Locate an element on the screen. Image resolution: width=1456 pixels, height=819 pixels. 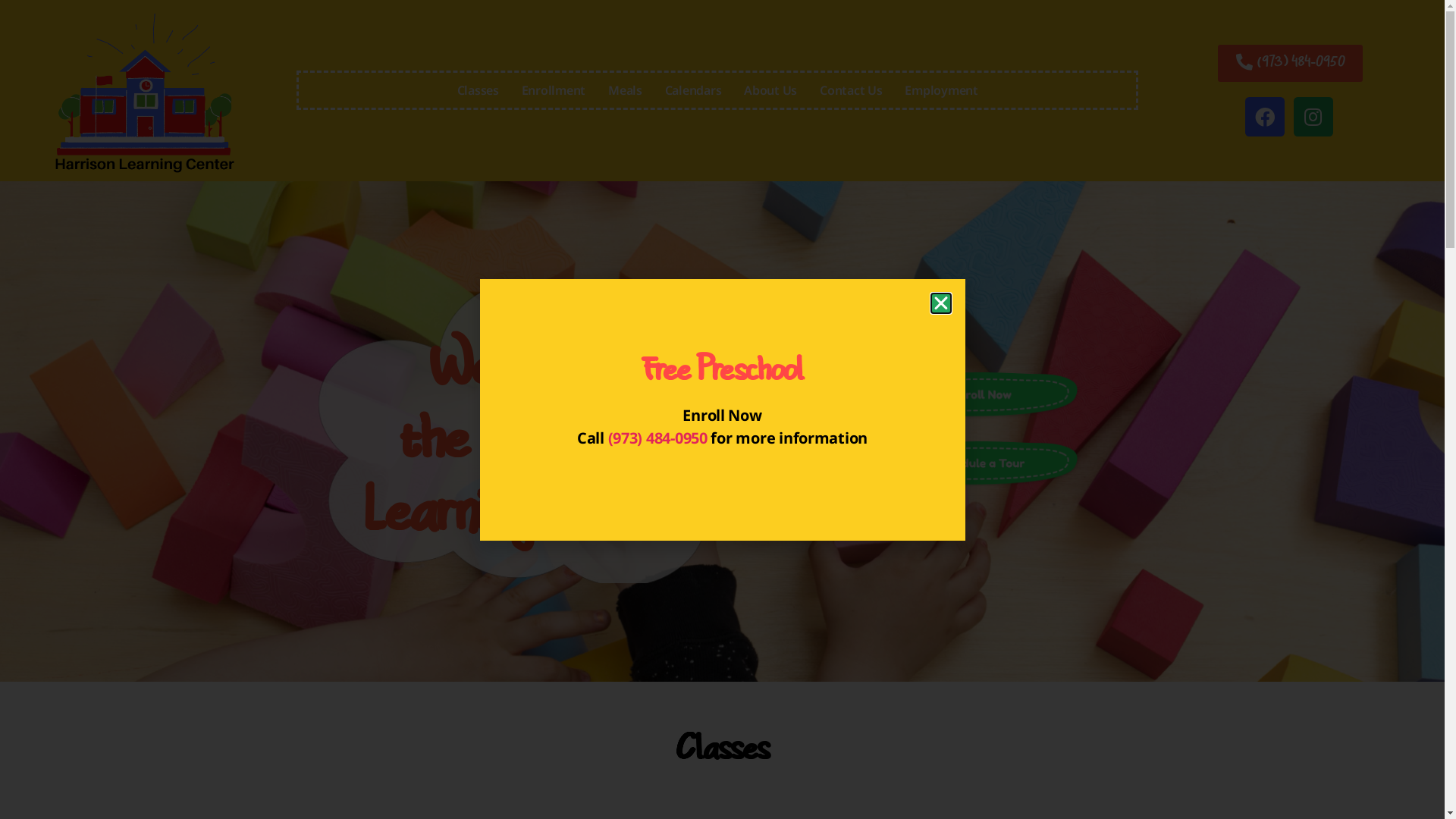
'Enrollment' is located at coordinates (552, 90).